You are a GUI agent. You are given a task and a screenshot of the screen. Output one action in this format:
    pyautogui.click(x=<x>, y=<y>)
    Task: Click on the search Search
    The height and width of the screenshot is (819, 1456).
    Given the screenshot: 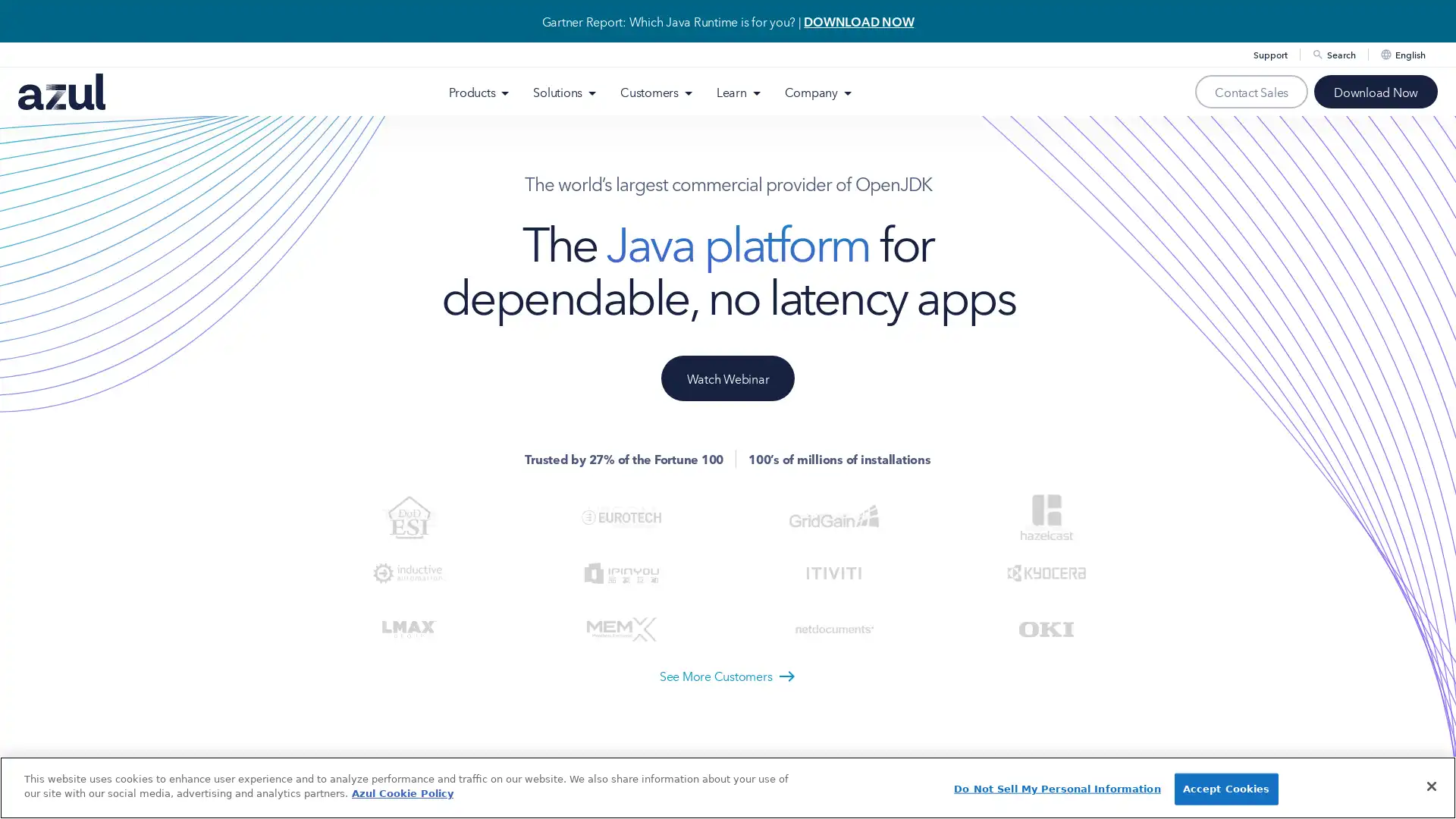 What is the action you would take?
    pyautogui.click(x=1332, y=54)
    